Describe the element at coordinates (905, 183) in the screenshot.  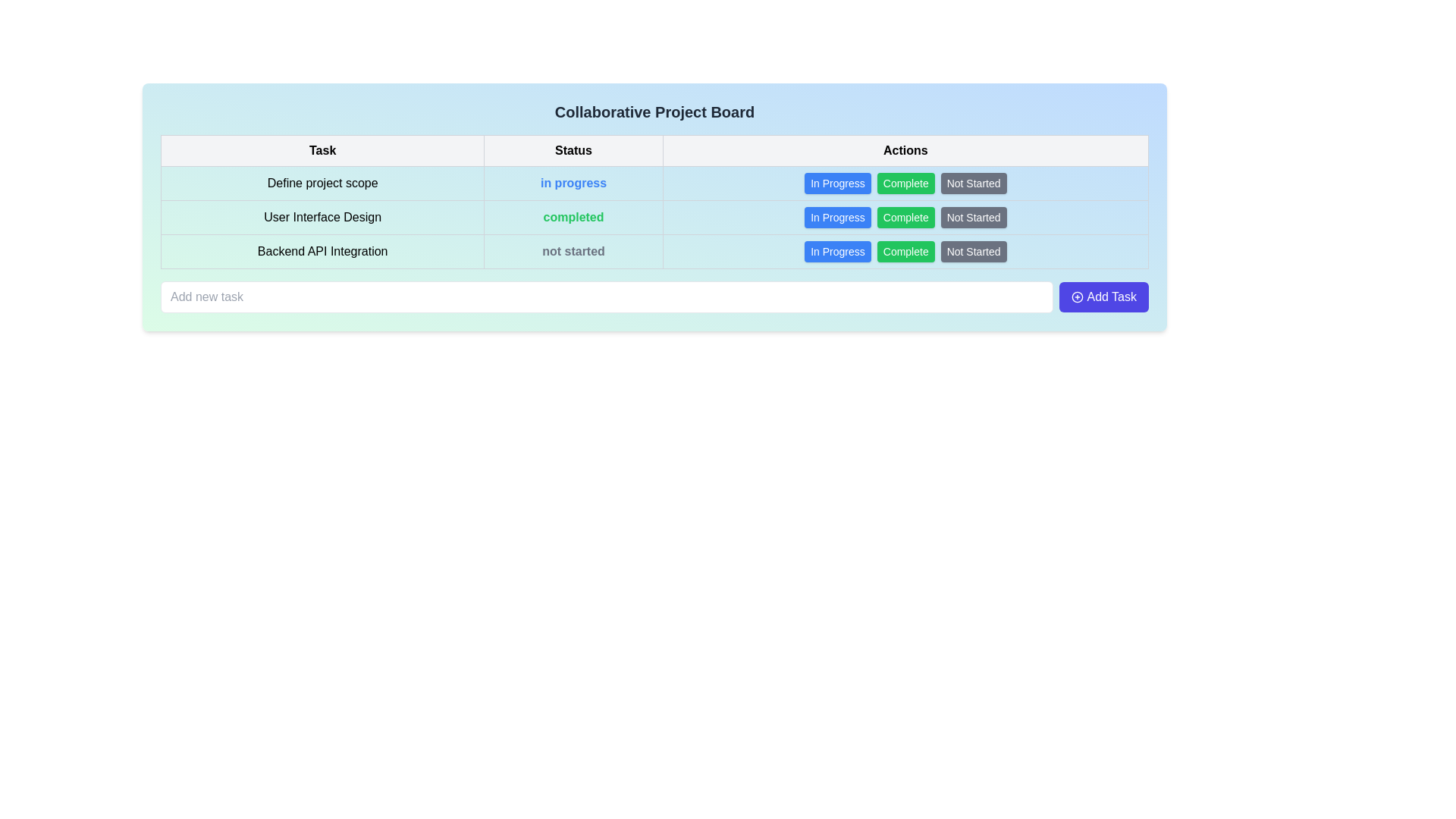
I see `the green 'Complete' button with rounded corners for keyboard interaction` at that location.